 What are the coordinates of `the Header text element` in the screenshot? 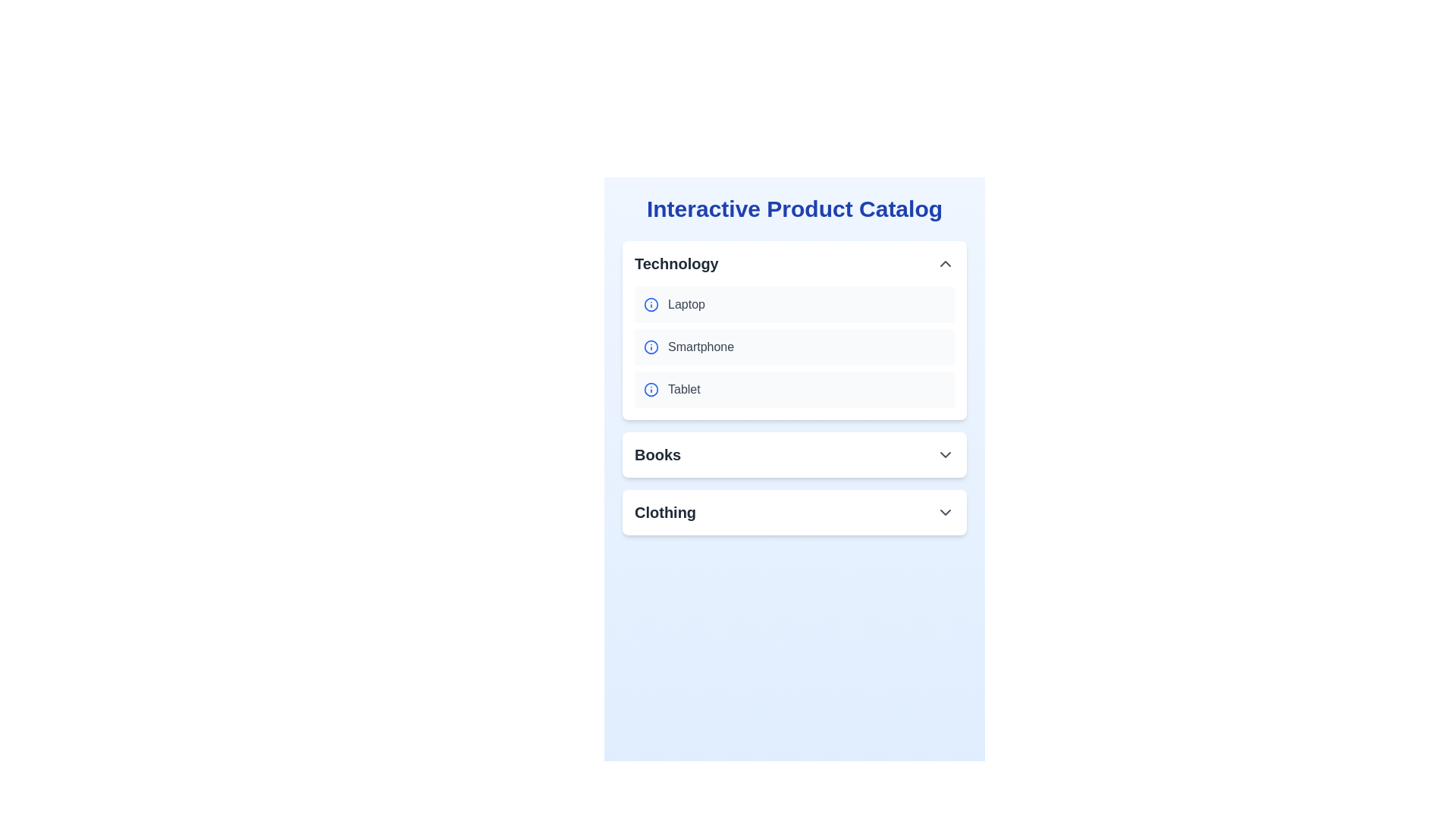 It's located at (793, 209).